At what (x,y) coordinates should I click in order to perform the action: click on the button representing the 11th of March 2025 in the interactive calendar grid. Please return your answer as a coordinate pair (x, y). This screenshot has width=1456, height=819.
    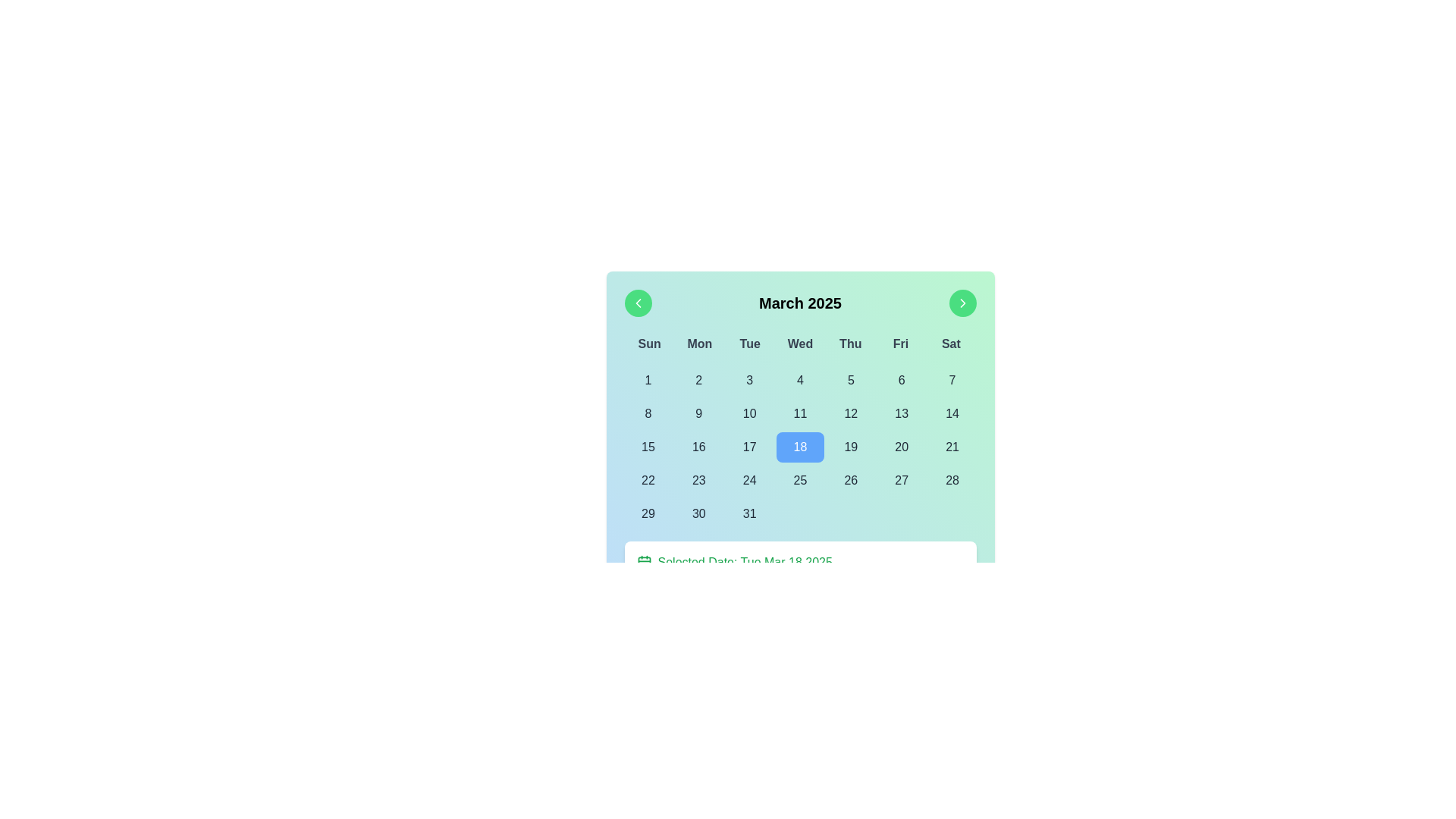
    Looking at the image, I should click on (799, 414).